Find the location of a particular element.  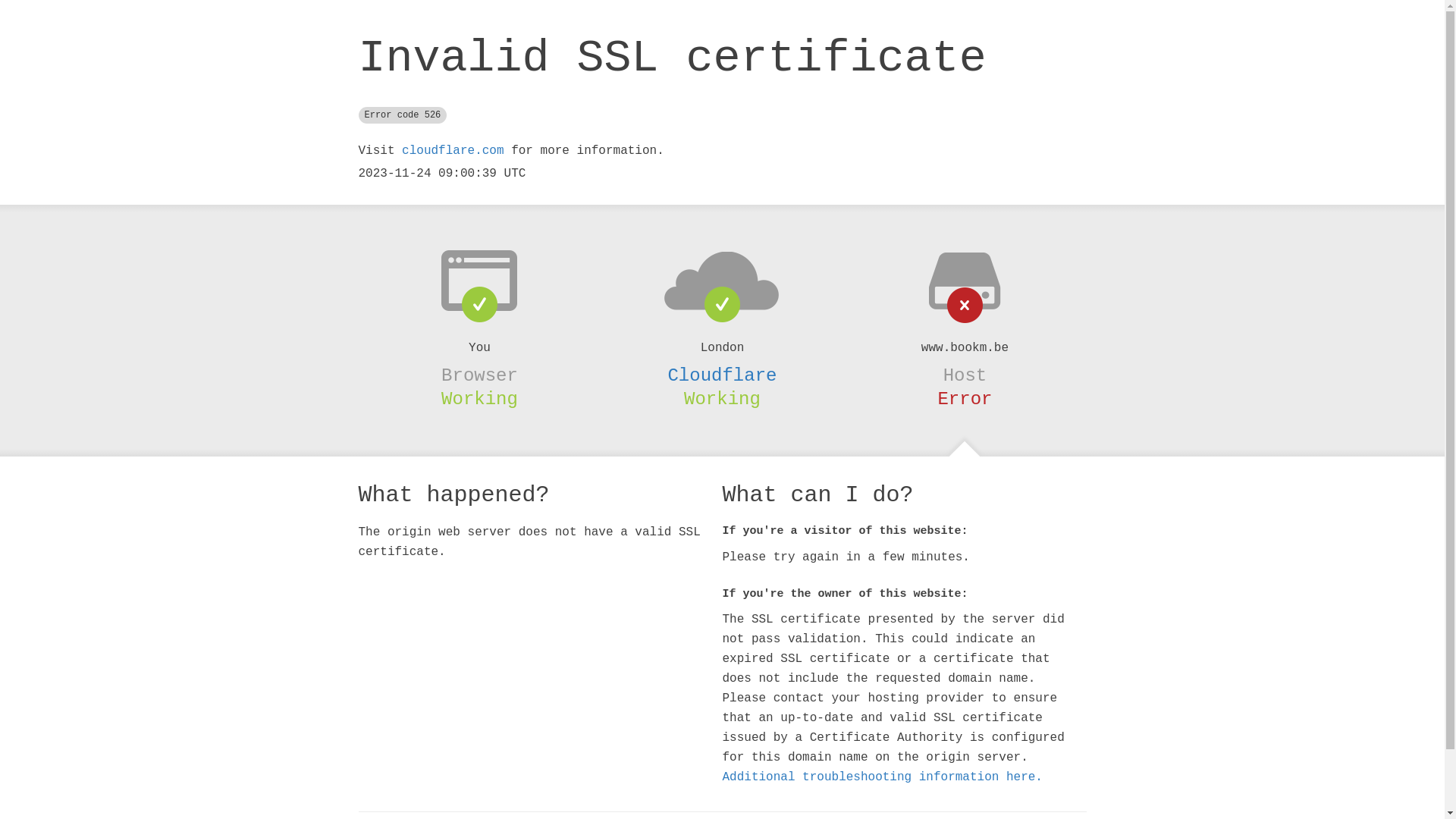

'cloudflare.com' is located at coordinates (401, 151).